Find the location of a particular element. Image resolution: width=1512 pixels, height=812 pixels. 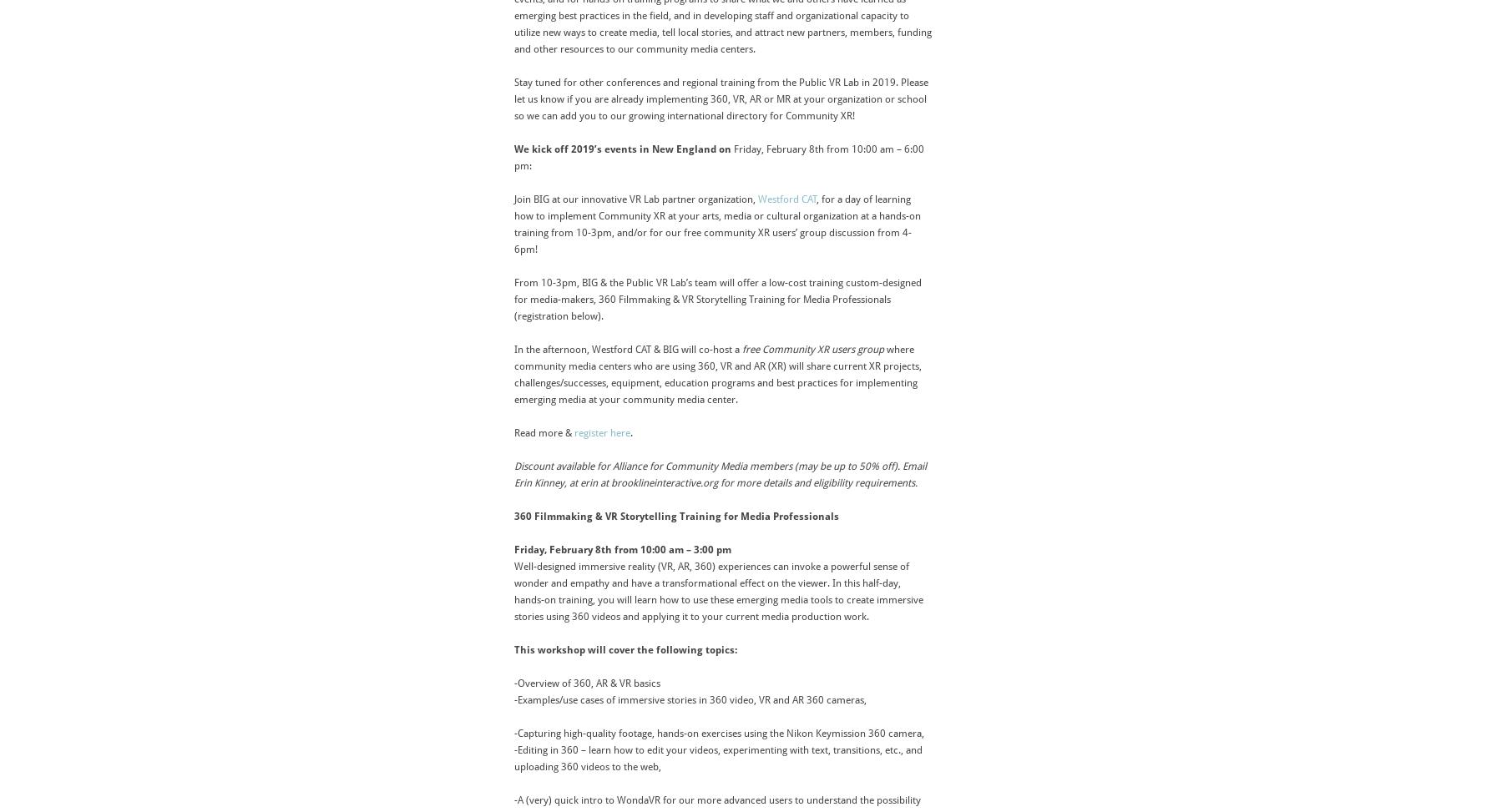

'free Community XR users group' is located at coordinates (741, 349).